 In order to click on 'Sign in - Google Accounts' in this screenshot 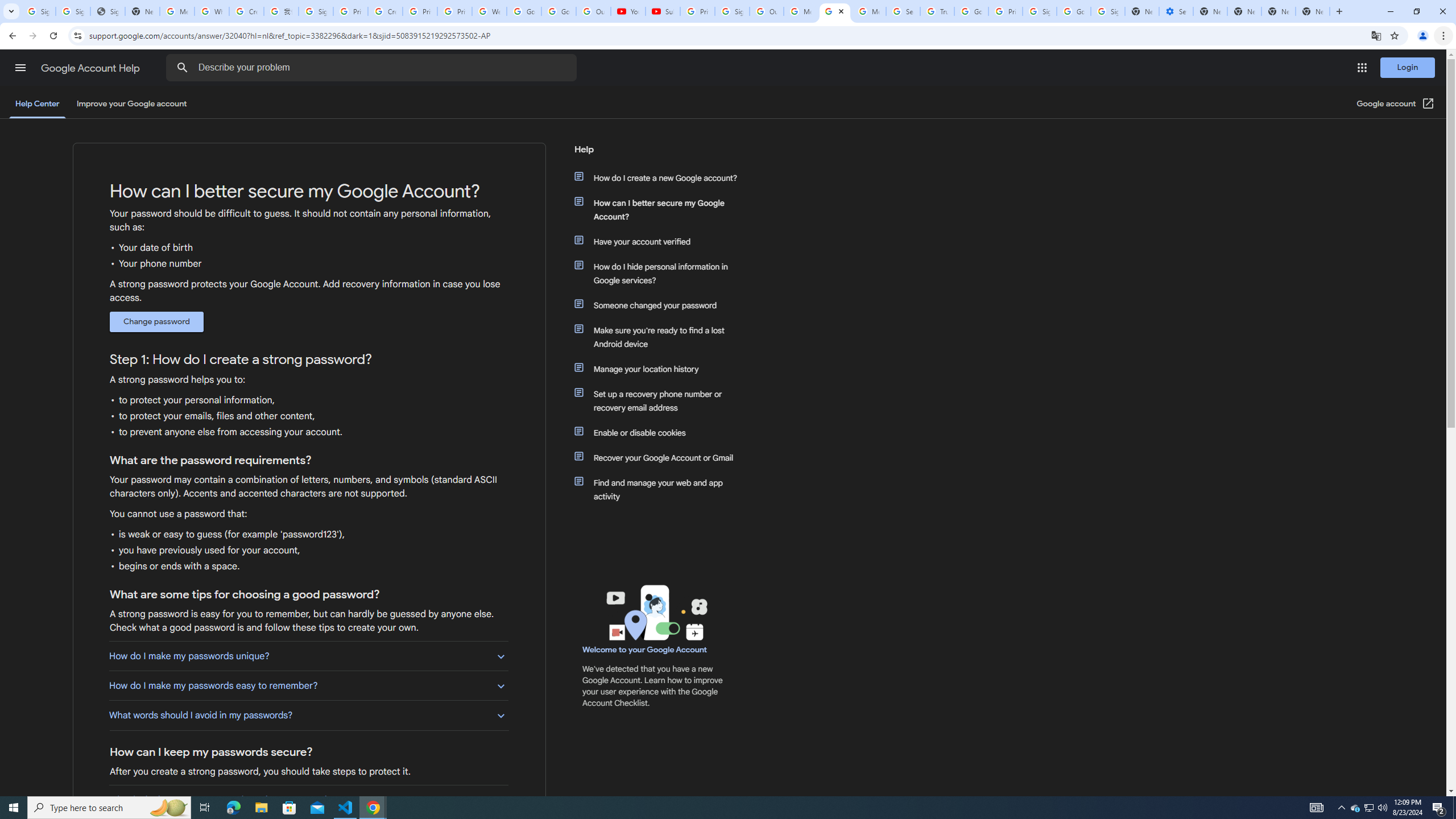, I will do `click(1039, 11)`.